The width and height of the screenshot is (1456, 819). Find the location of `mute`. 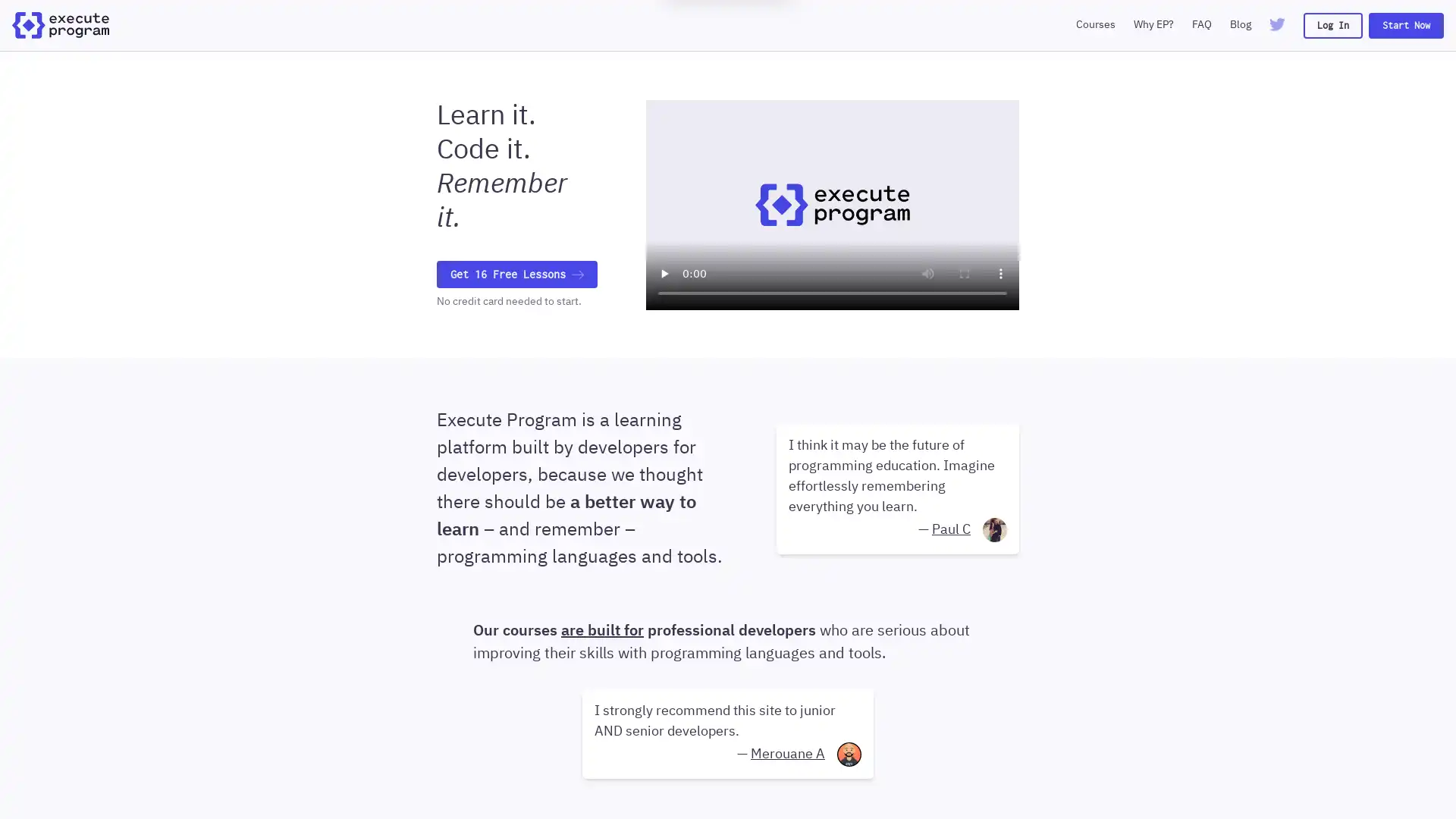

mute is located at coordinates (927, 271).